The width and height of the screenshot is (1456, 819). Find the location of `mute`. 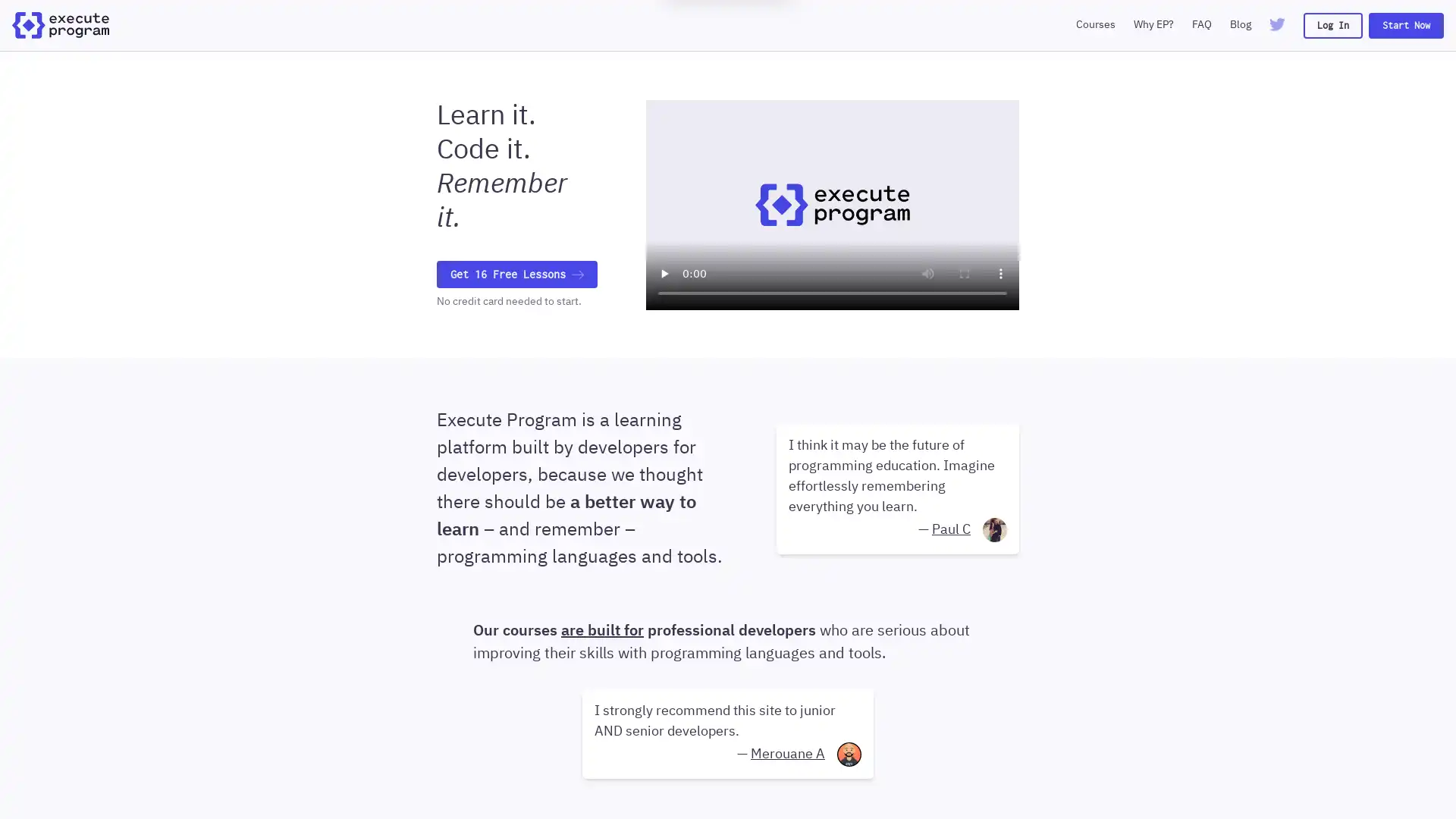

mute is located at coordinates (927, 271).